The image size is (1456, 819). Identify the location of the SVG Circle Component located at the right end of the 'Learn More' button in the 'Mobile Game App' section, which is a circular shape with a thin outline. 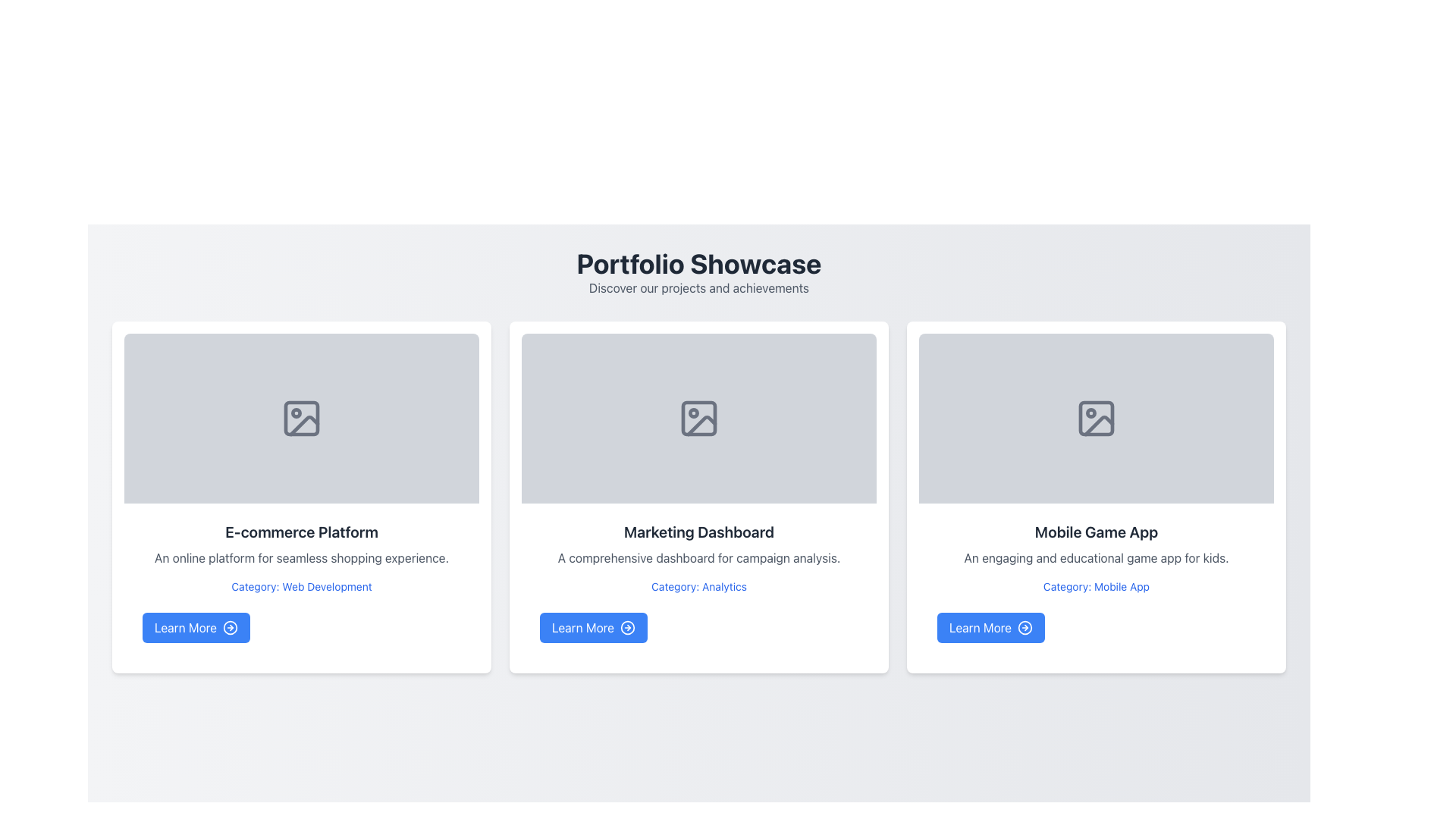
(1025, 628).